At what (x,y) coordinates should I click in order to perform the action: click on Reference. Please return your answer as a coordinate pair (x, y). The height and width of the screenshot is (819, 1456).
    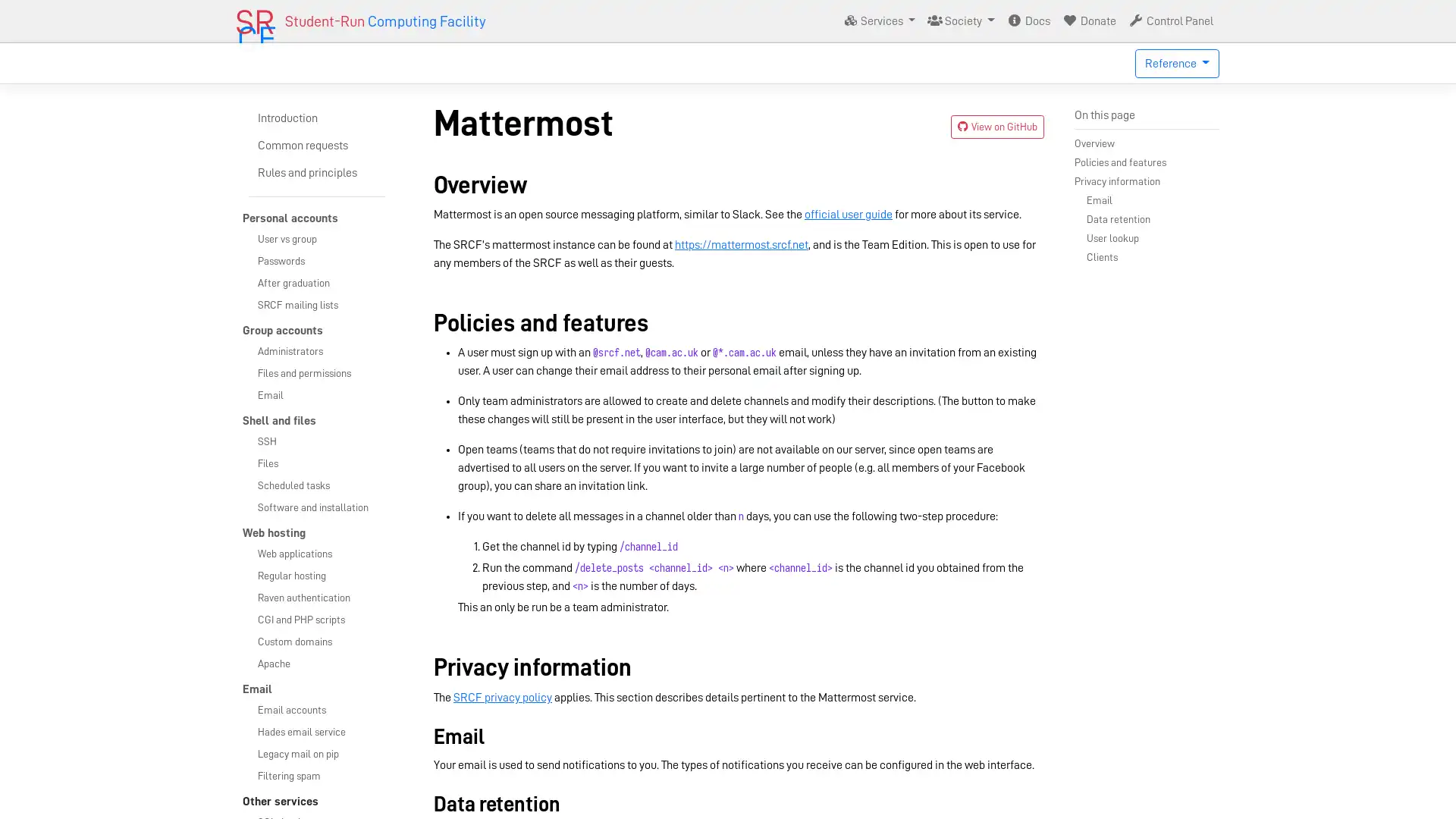
    Looking at the image, I should click on (1176, 63).